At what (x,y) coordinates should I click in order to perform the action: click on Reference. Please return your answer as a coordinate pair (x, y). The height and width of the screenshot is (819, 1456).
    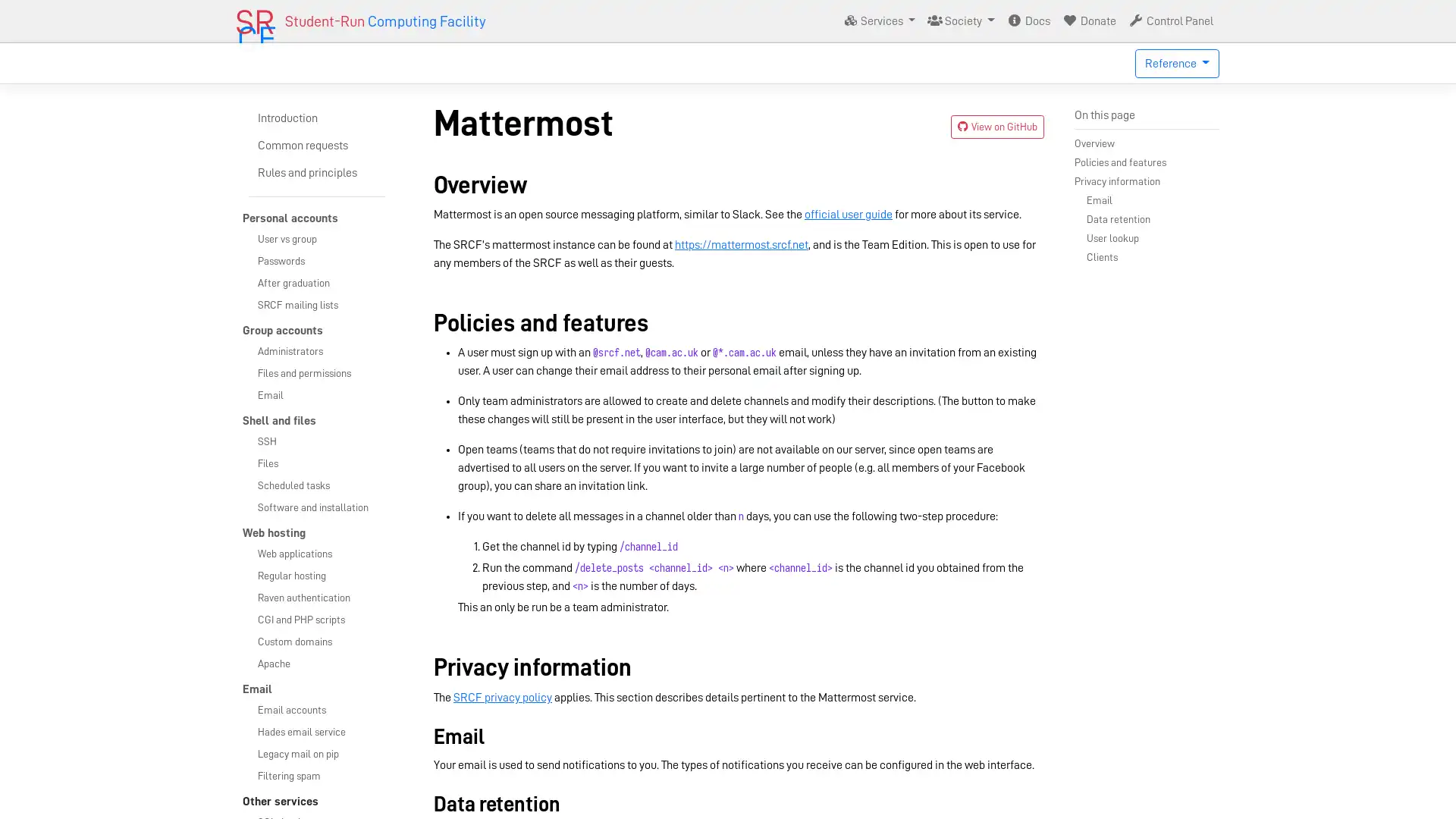
    Looking at the image, I should click on (1176, 63).